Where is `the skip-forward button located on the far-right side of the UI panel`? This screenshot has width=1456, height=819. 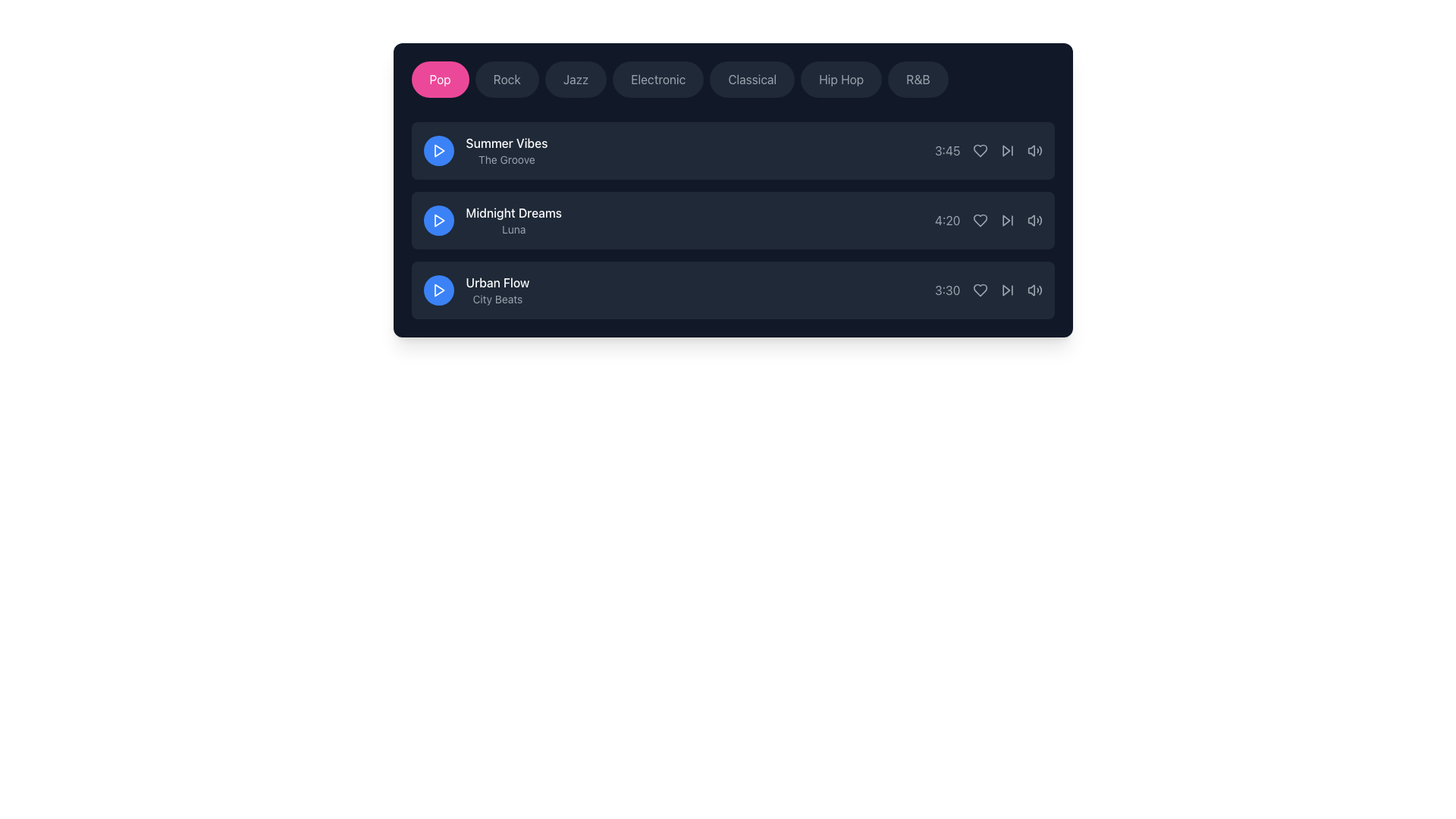
the skip-forward button located on the far-right side of the UI panel is located at coordinates (1007, 290).